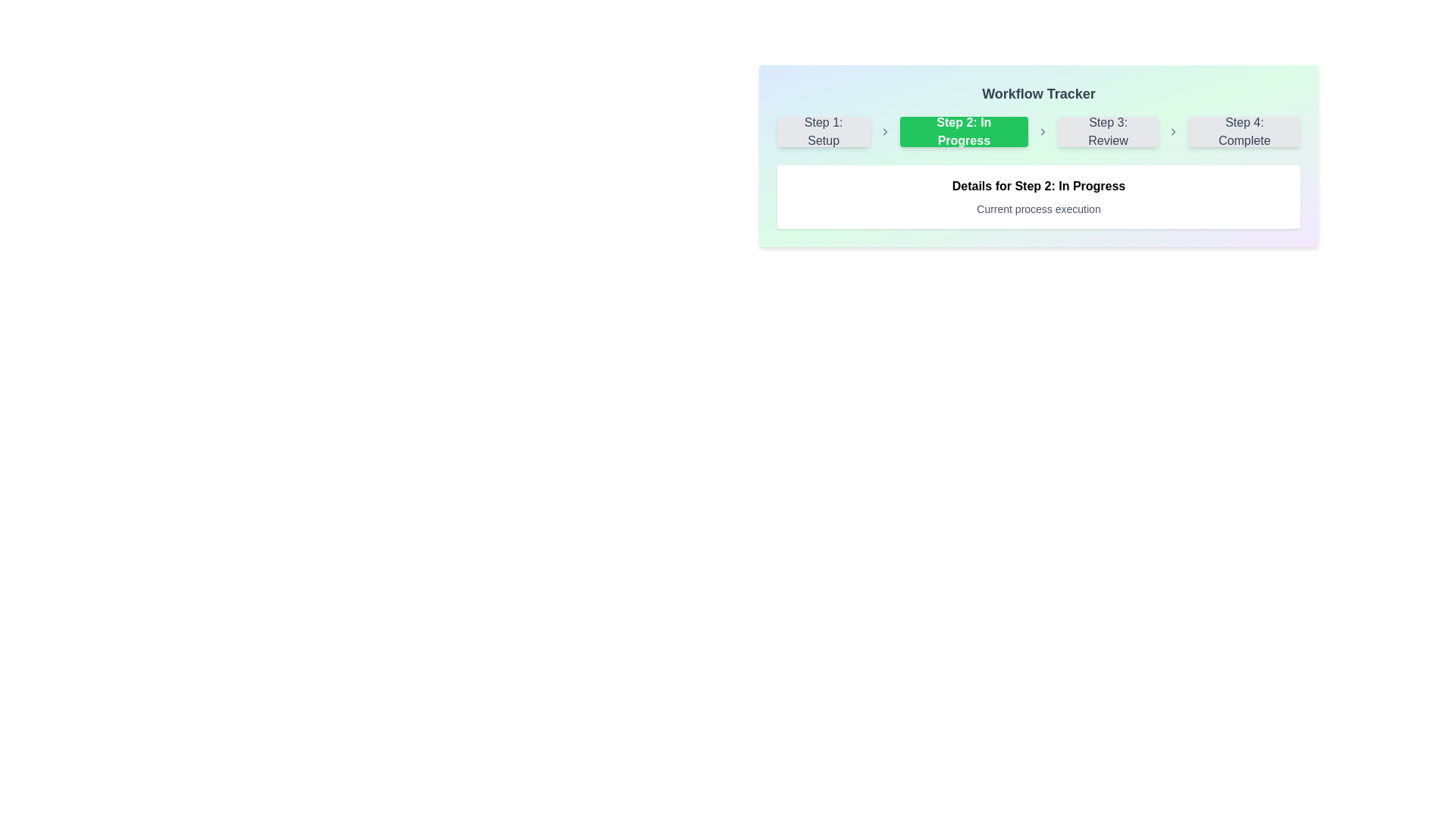 This screenshot has width=1456, height=819. I want to click on the rightwards pointing chevron icon located between the labels 'Step 2: In Progress' and 'Step 3: Review' in the horizontal step tracker, so click(1042, 130).